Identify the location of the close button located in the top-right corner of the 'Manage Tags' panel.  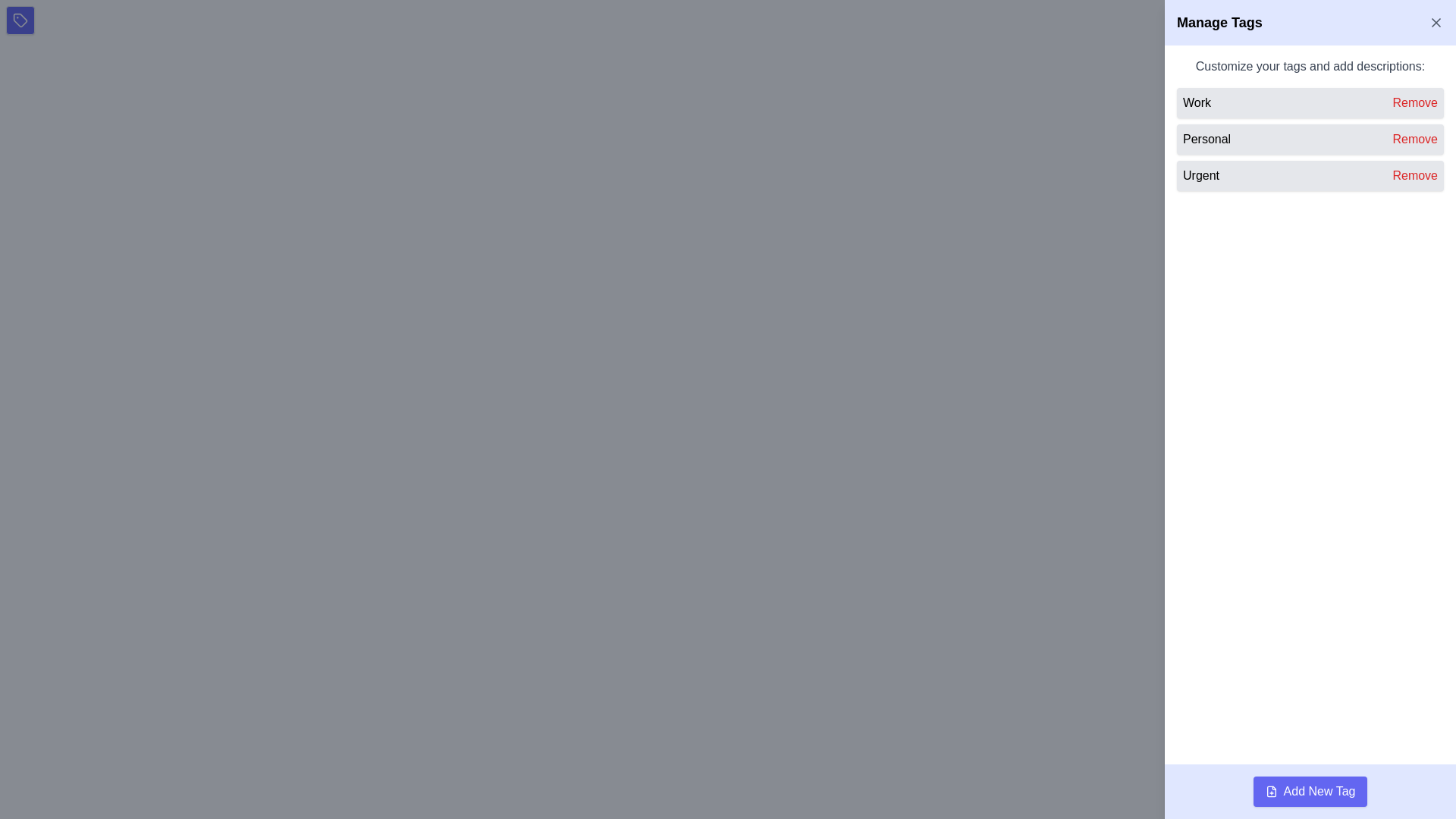
(1436, 23).